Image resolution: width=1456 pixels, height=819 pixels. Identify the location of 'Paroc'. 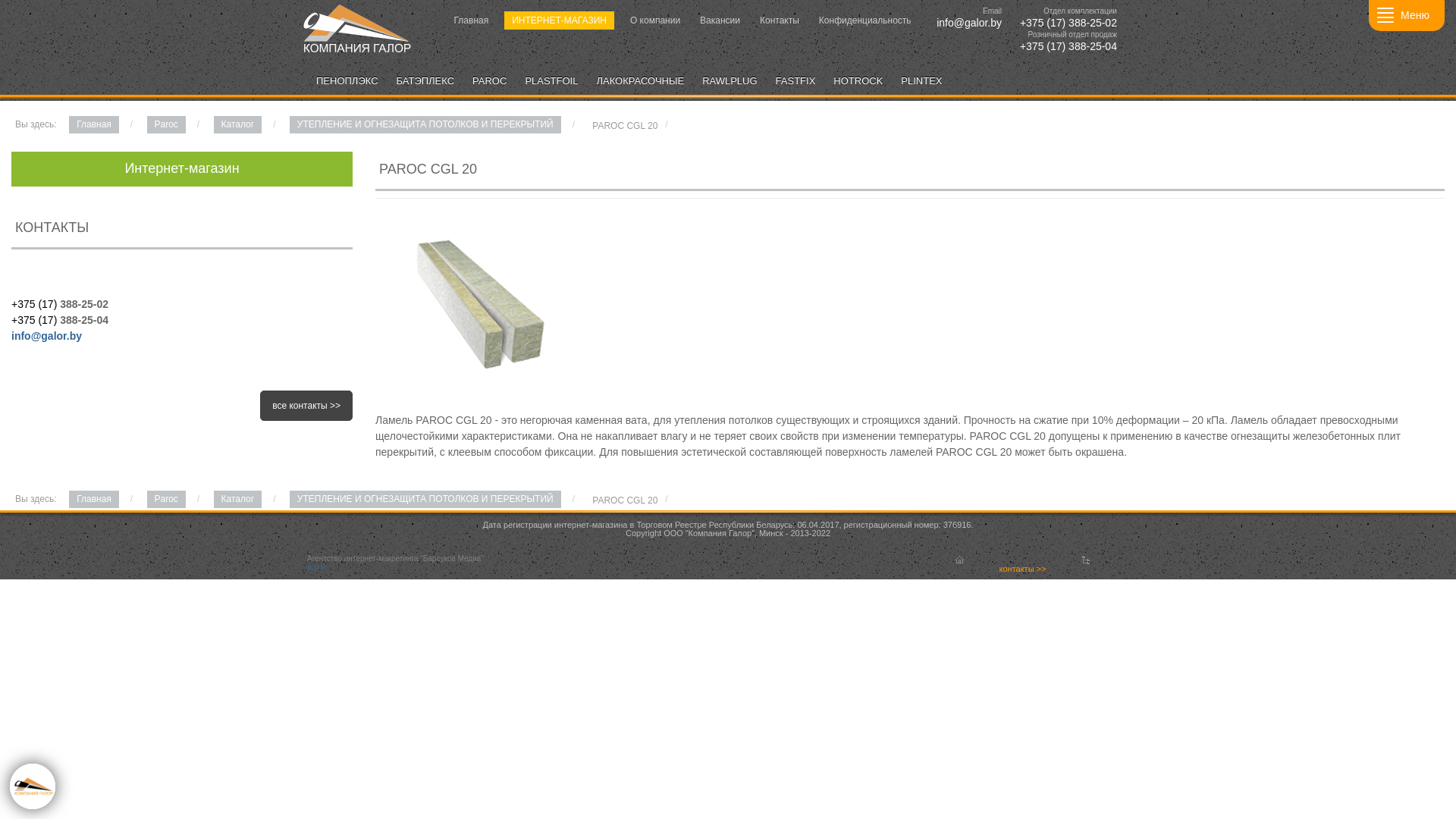
(166, 124).